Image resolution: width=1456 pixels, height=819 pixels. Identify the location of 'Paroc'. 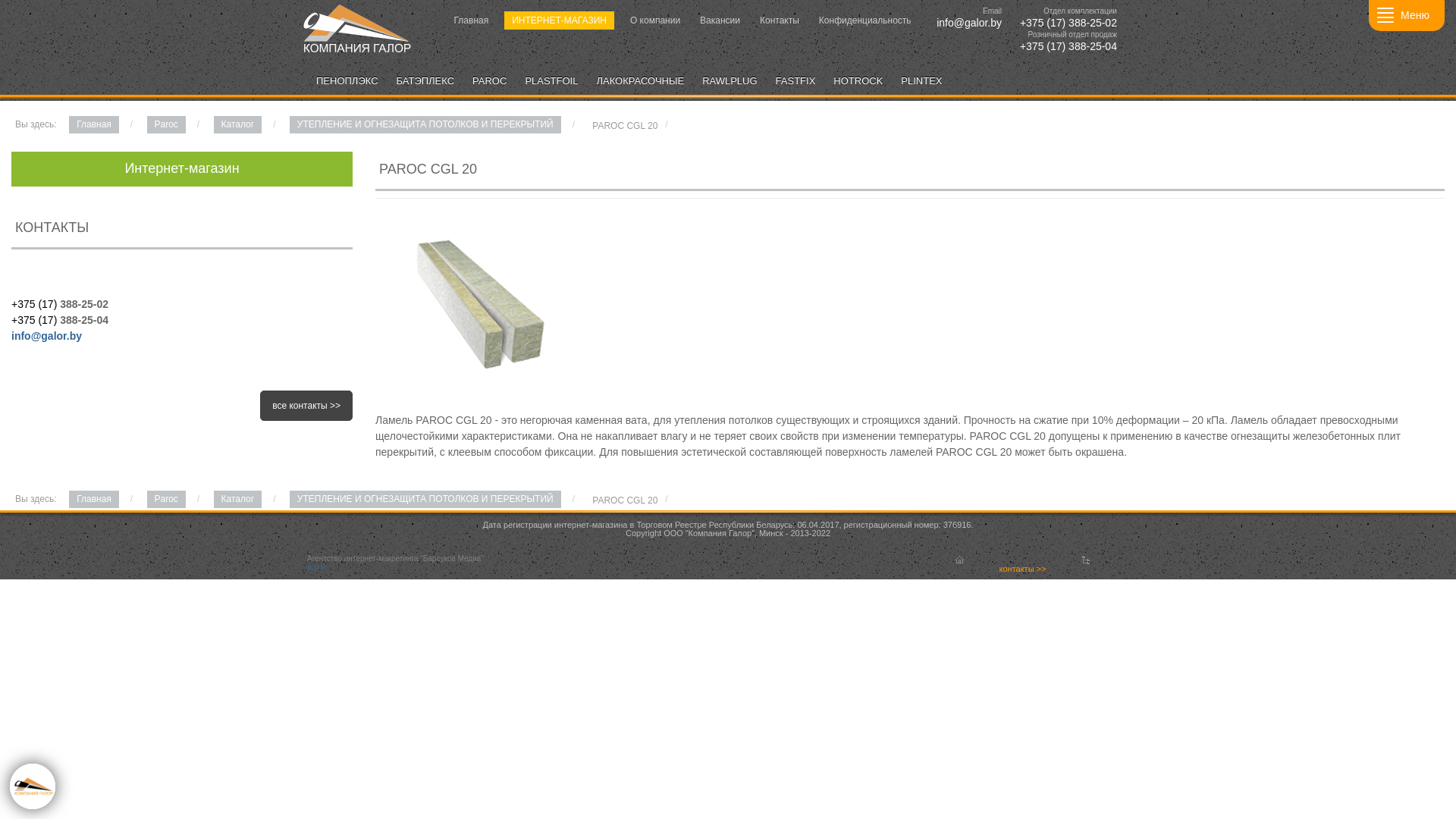
(166, 124).